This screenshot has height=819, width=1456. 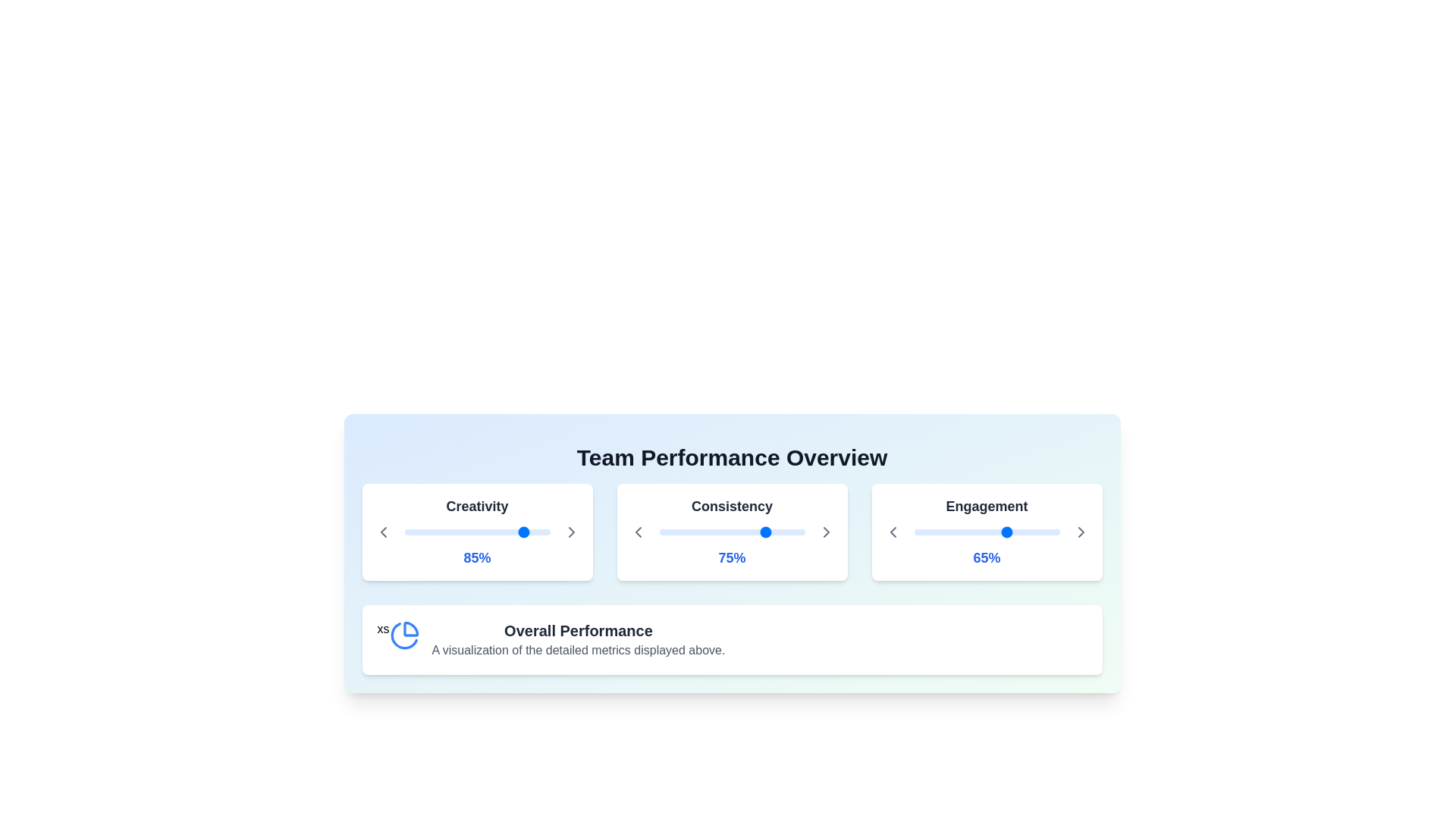 What do you see at coordinates (919, 532) in the screenshot?
I see `the Engagement slider` at bounding box center [919, 532].